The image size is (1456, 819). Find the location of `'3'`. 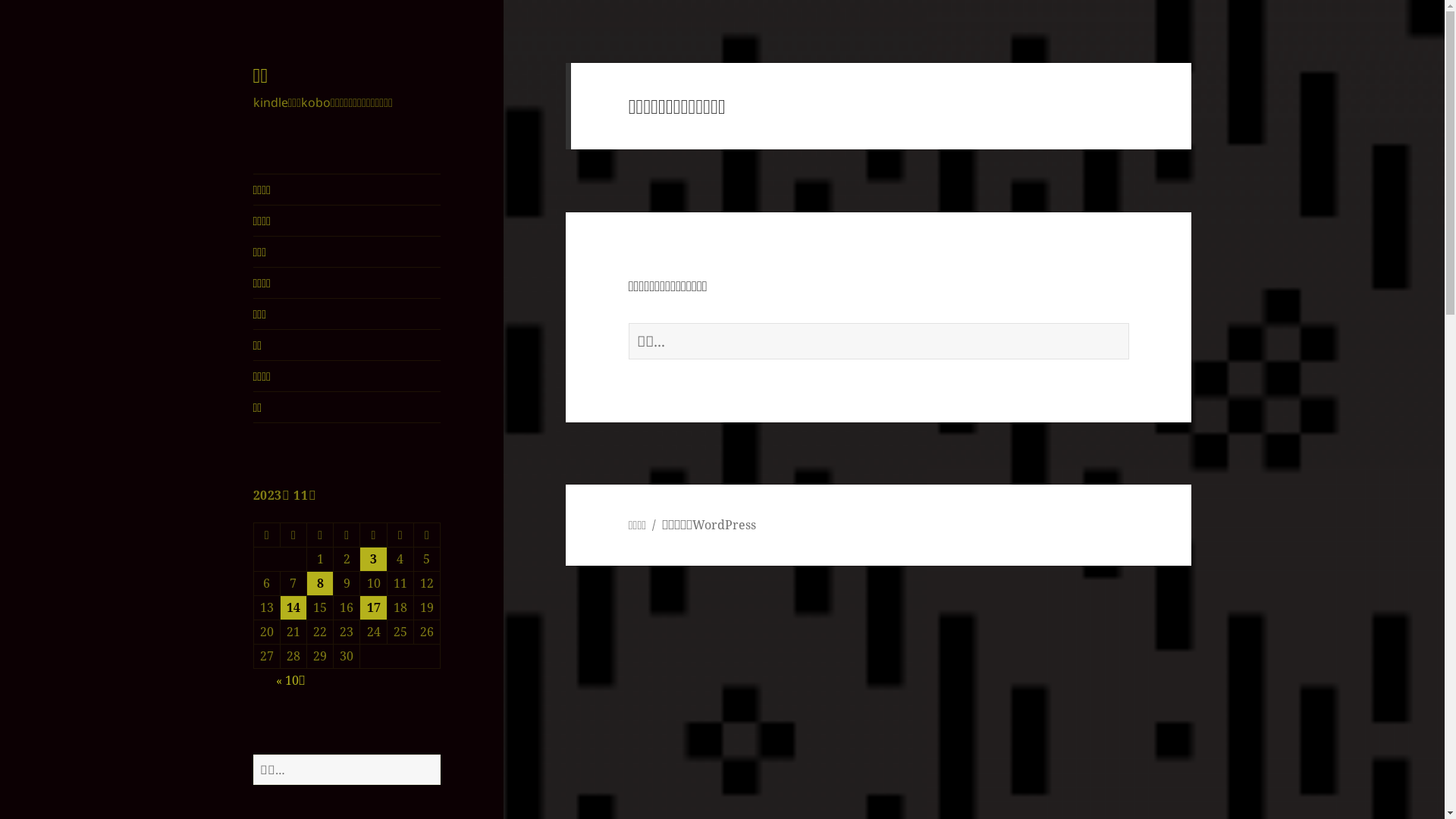

'3' is located at coordinates (372, 559).